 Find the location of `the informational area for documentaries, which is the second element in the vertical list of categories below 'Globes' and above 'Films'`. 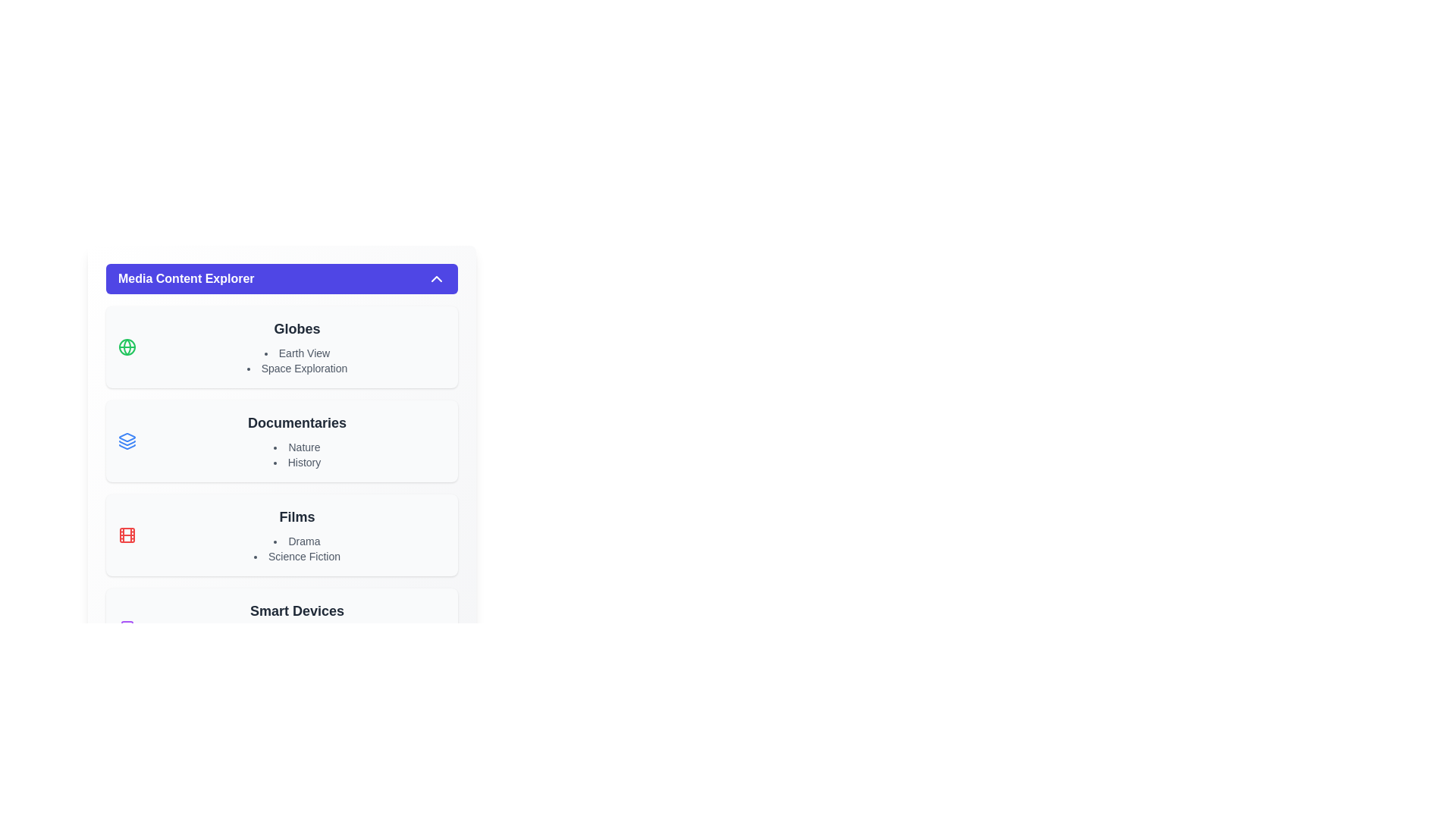

the informational area for documentaries, which is the second element in the vertical list of categories below 'Globes' and above 'Films' is located at coordinates (282, 441).